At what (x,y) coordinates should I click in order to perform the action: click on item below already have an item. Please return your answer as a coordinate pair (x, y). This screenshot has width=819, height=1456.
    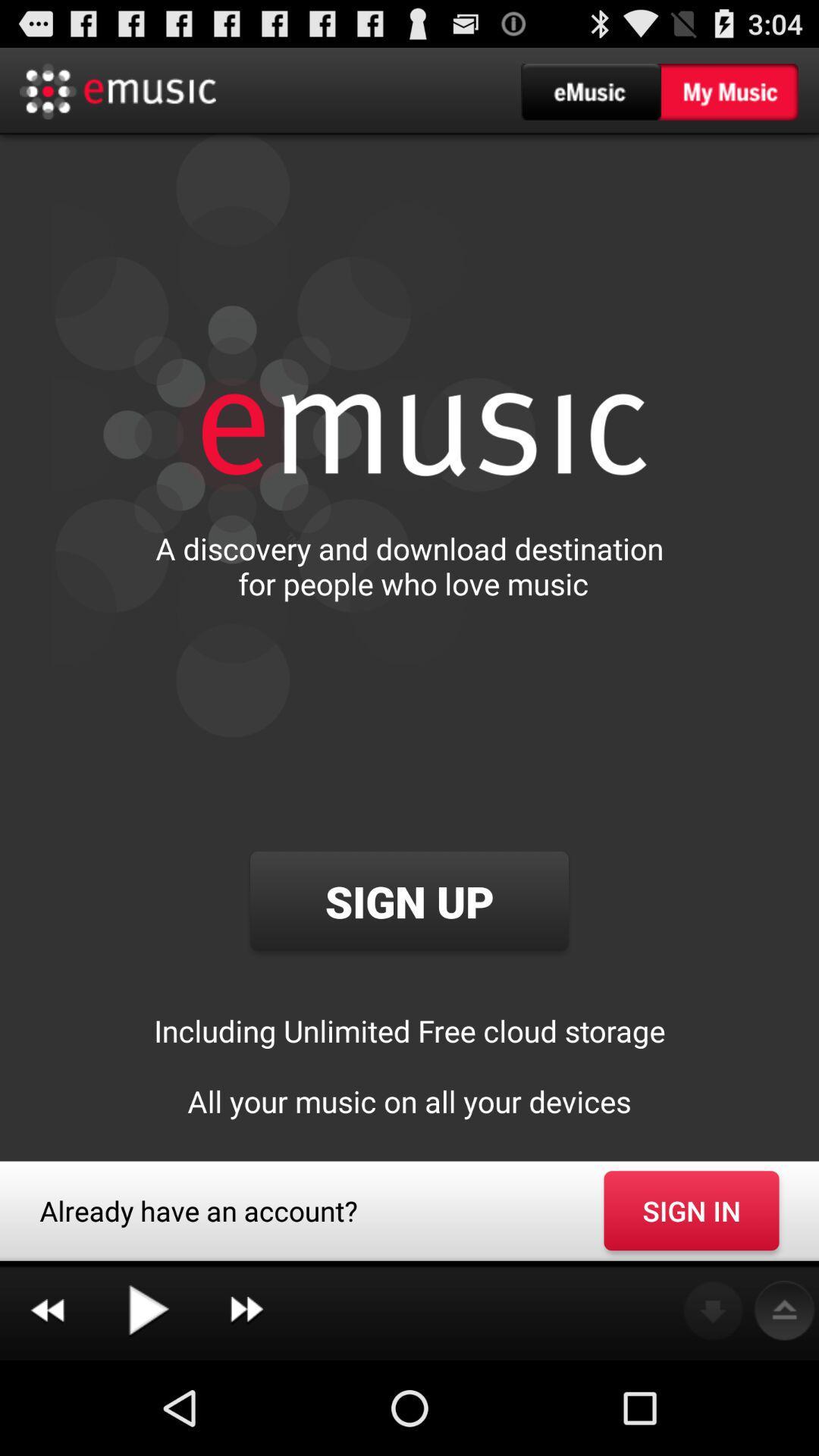
    Looking at the image, I should click on (46, 1310).